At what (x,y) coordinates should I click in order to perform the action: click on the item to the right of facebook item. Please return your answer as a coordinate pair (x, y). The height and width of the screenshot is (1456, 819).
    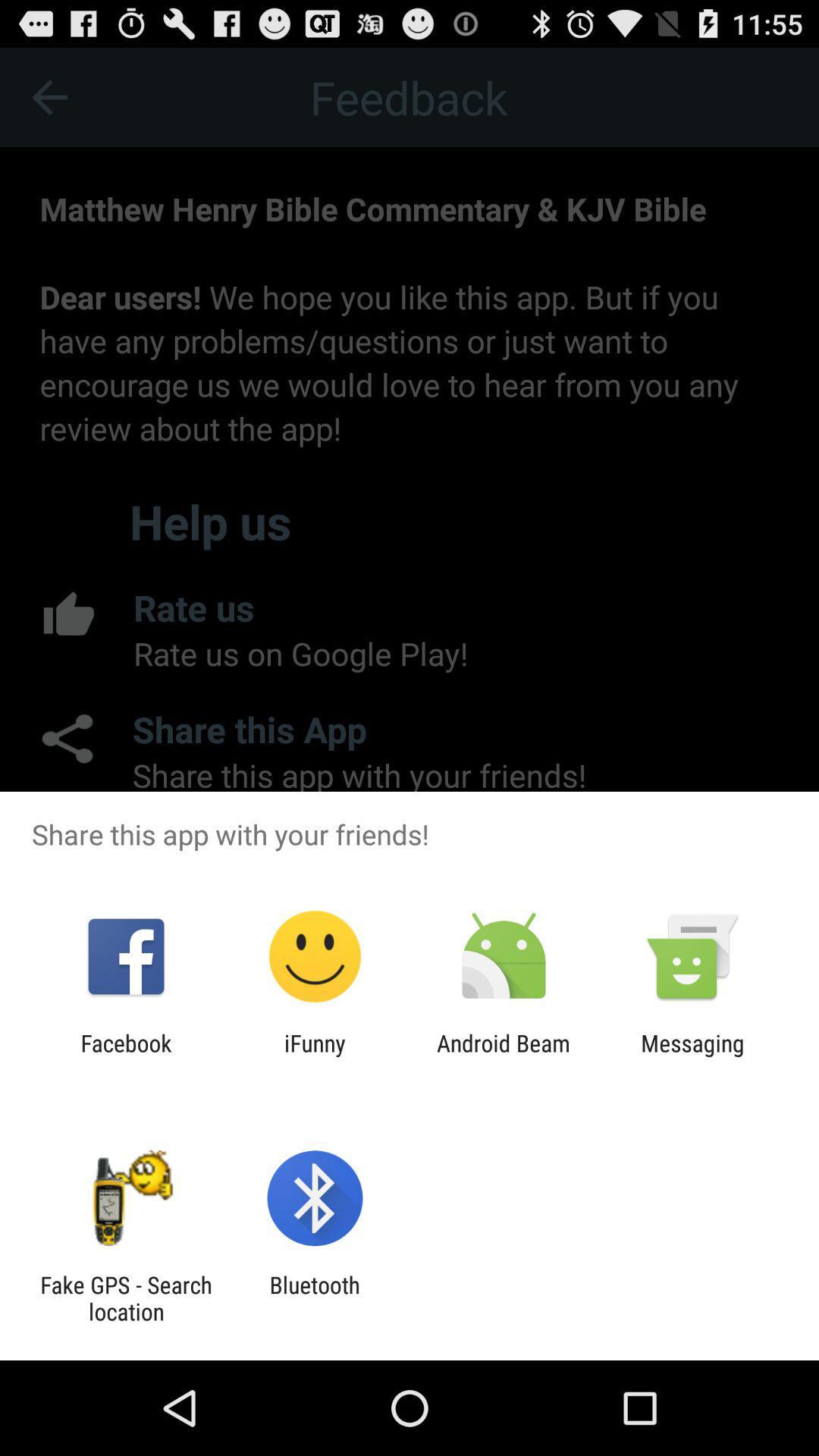
    Looking at the image, I should click on (314, 1056).